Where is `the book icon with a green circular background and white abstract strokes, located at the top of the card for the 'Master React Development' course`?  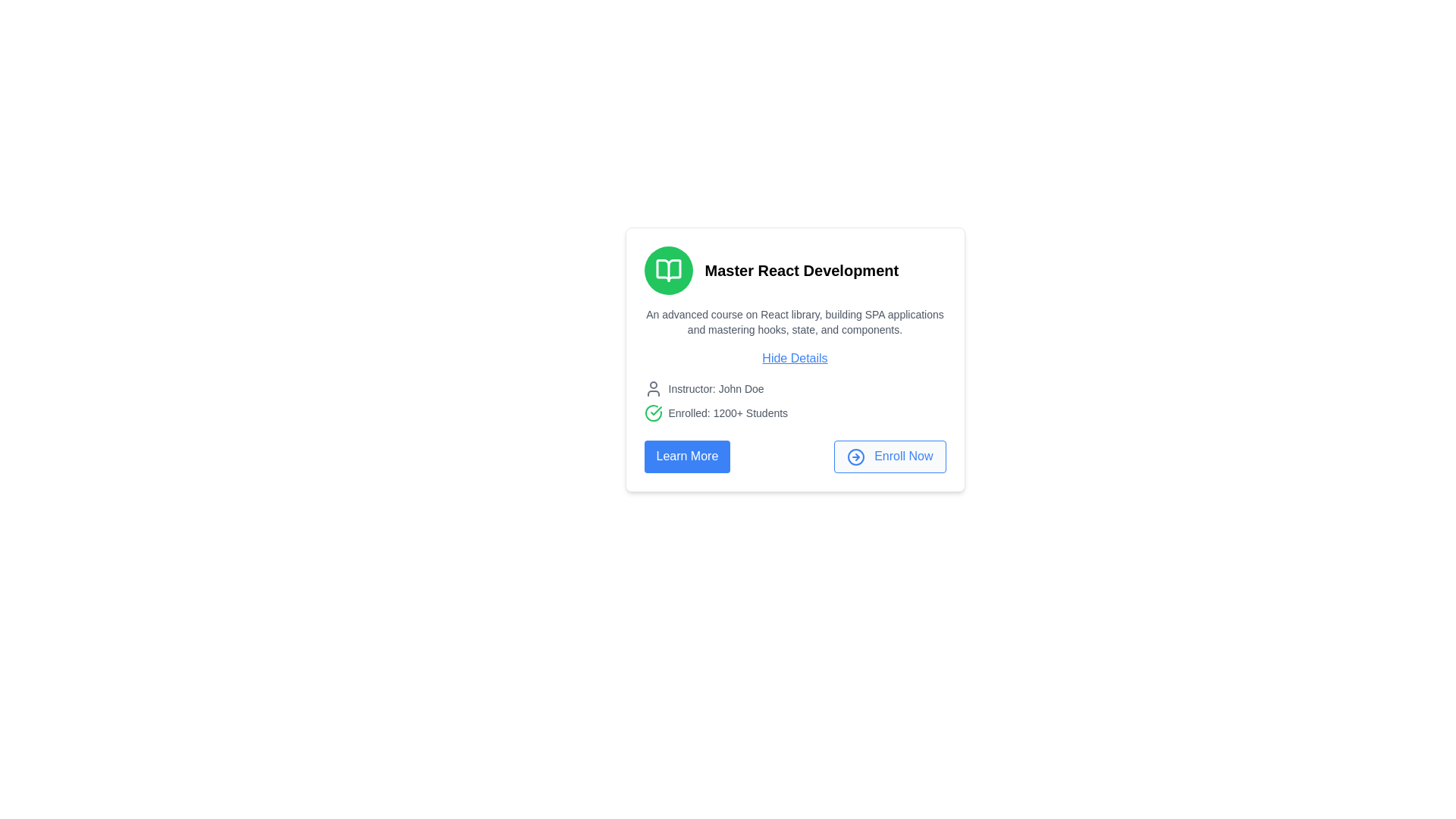
the book icon with a green circular background and white abstract strokes, located at the top of the card for the 'Master React Development' course is located at coordinates (667, 270).